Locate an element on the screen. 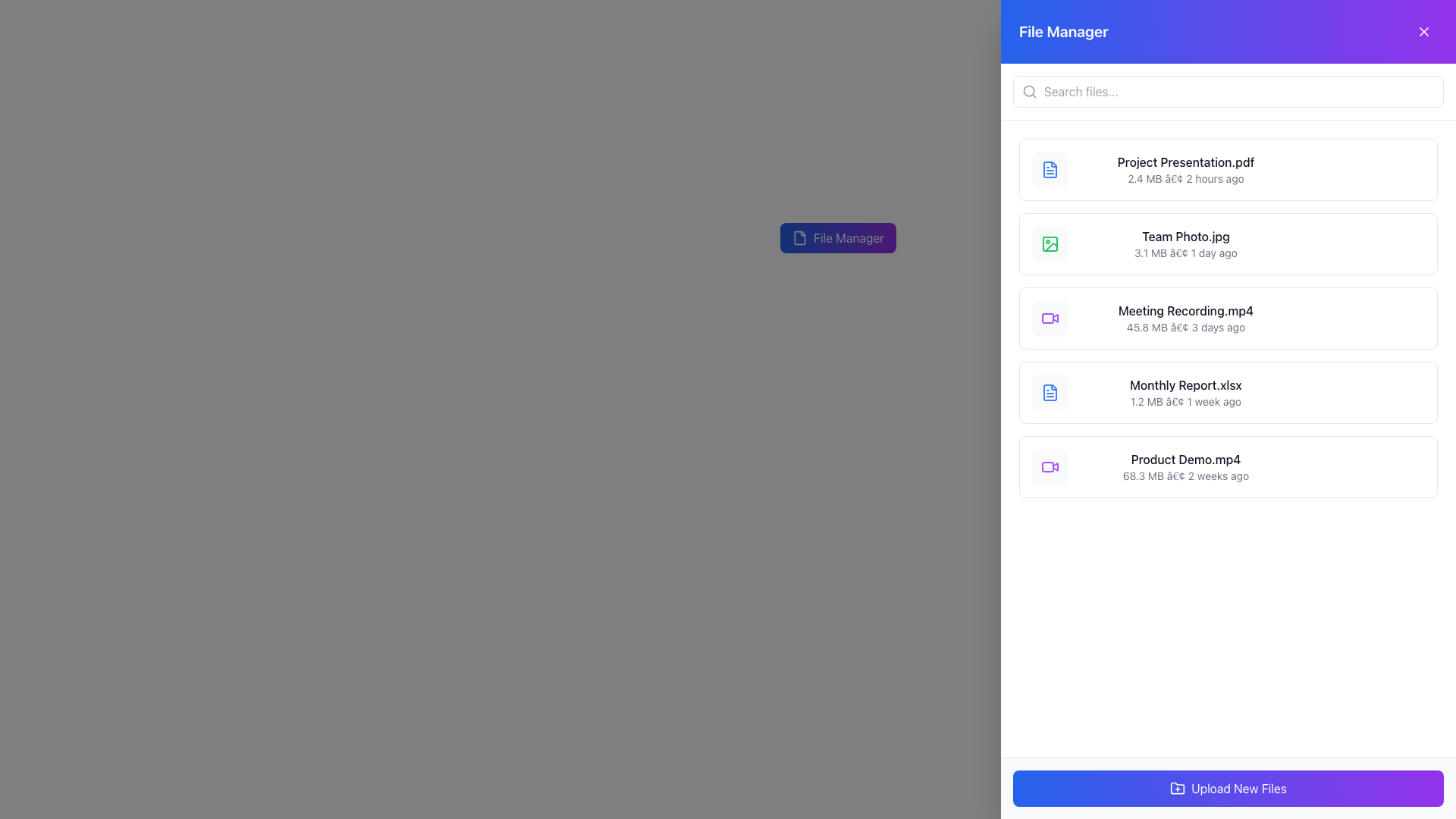 This screenshot has height=819, width=1456. the delete button located to the right of the 'Monthly Report.xlsx' file name in the file list is located at coordinates (1379, 391).